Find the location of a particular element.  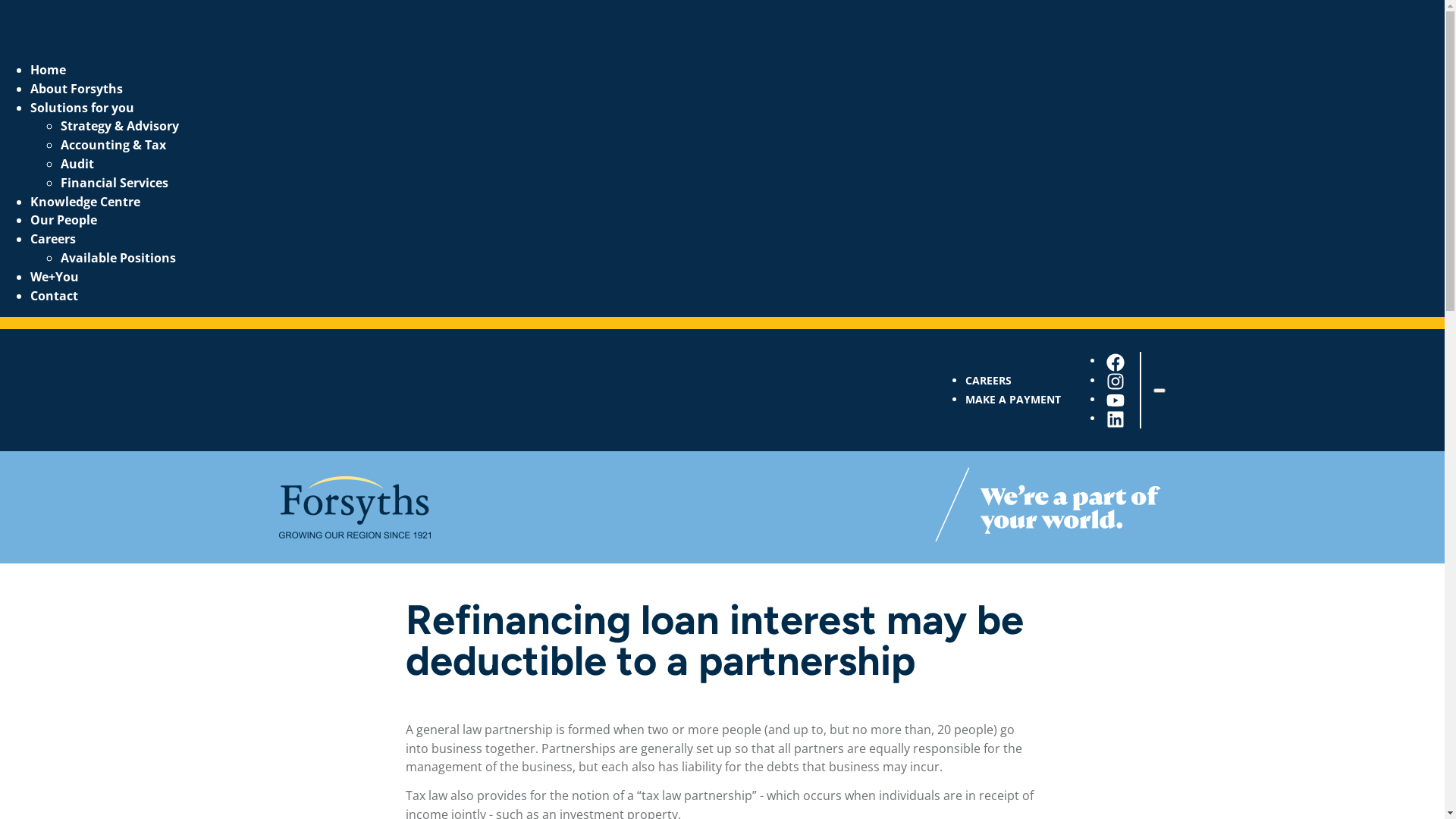

'Available Positions' is located at coordinates (118, 256).